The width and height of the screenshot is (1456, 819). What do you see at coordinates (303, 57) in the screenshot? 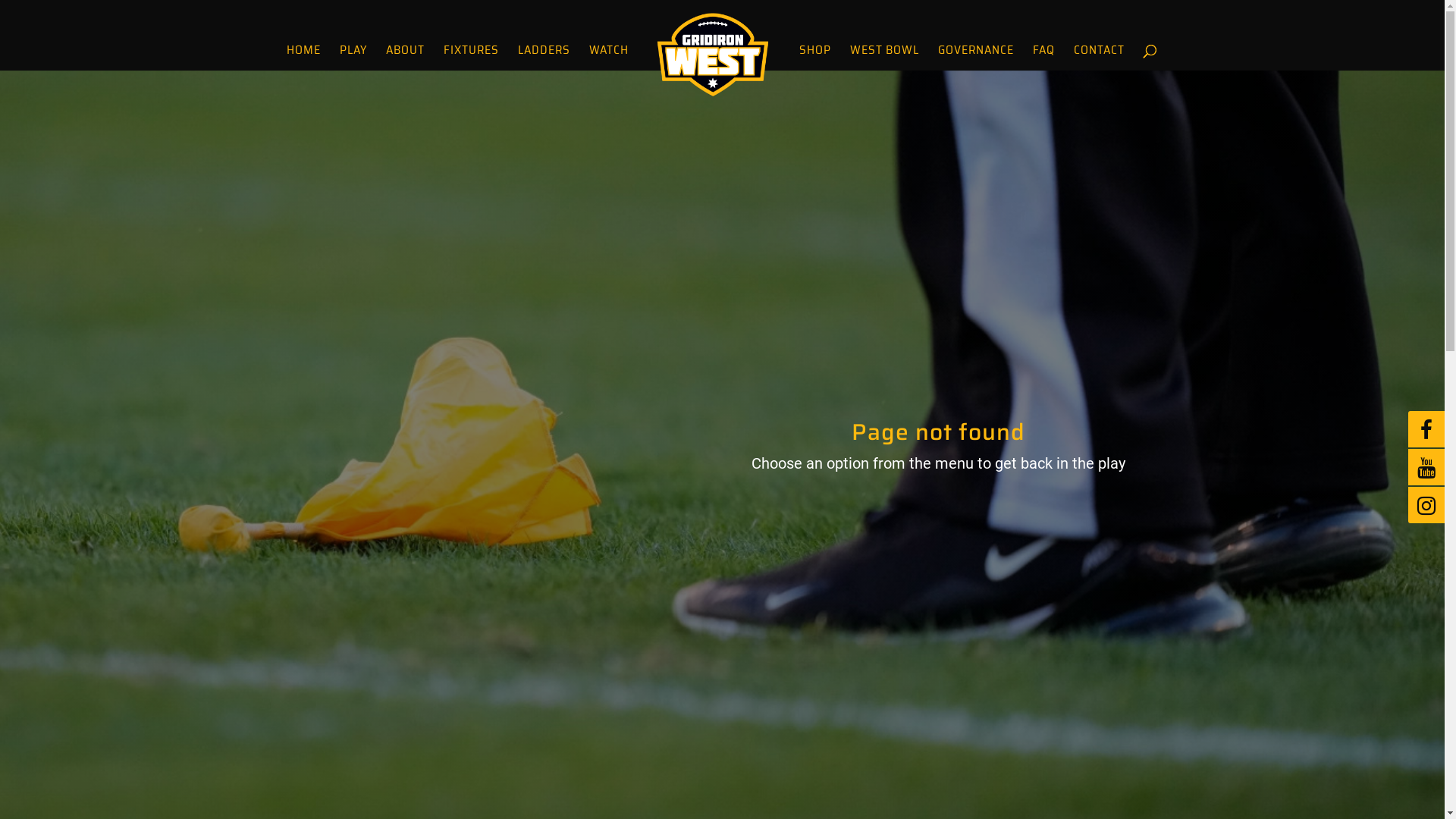
I see `'HOME'` at bounding box center [303, 57].